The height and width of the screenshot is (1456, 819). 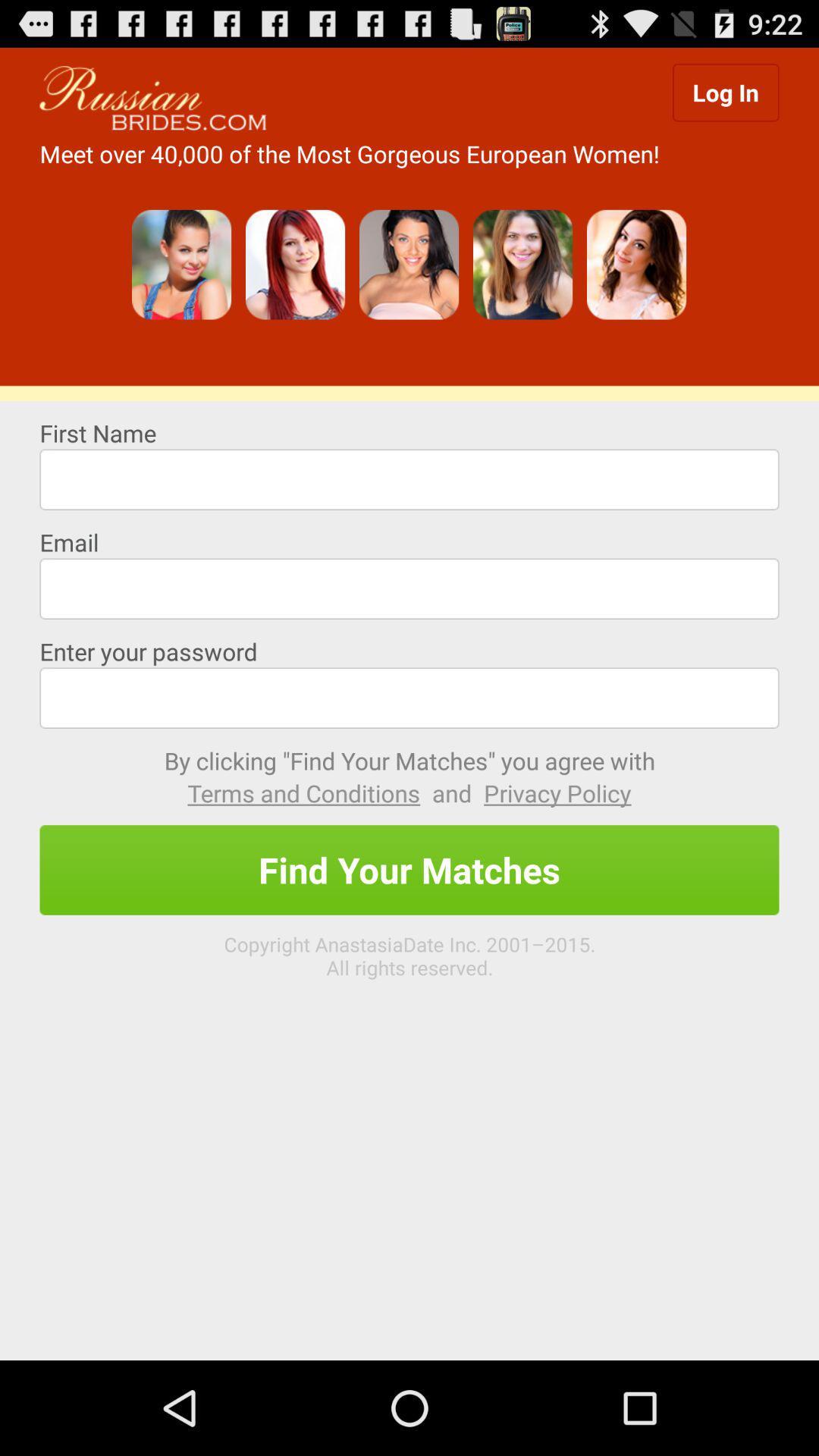 I want to click on email address, so click(x=409, y=588).